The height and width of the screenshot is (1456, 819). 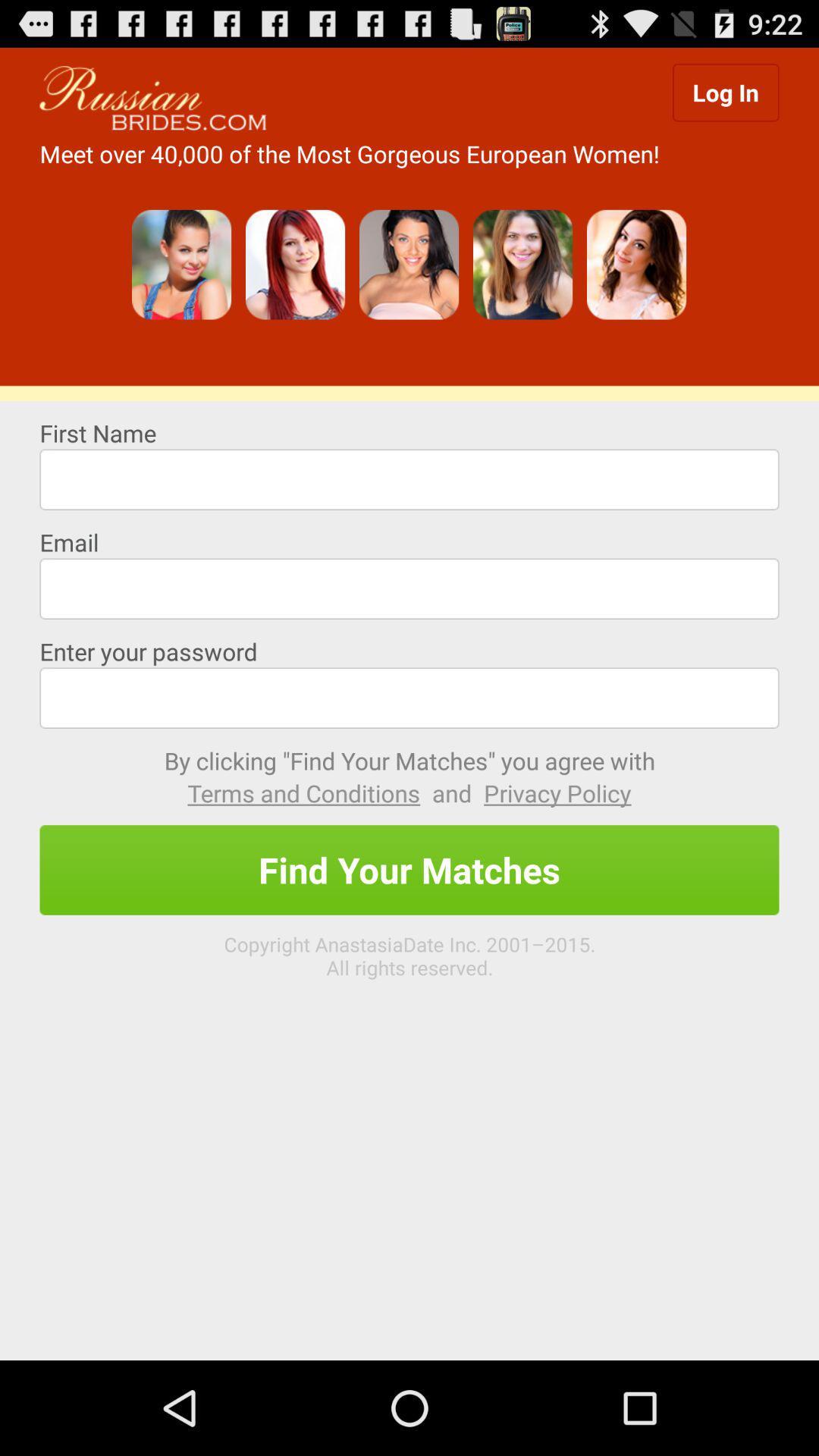 I want to click on email address, so click(x=409, y=588).